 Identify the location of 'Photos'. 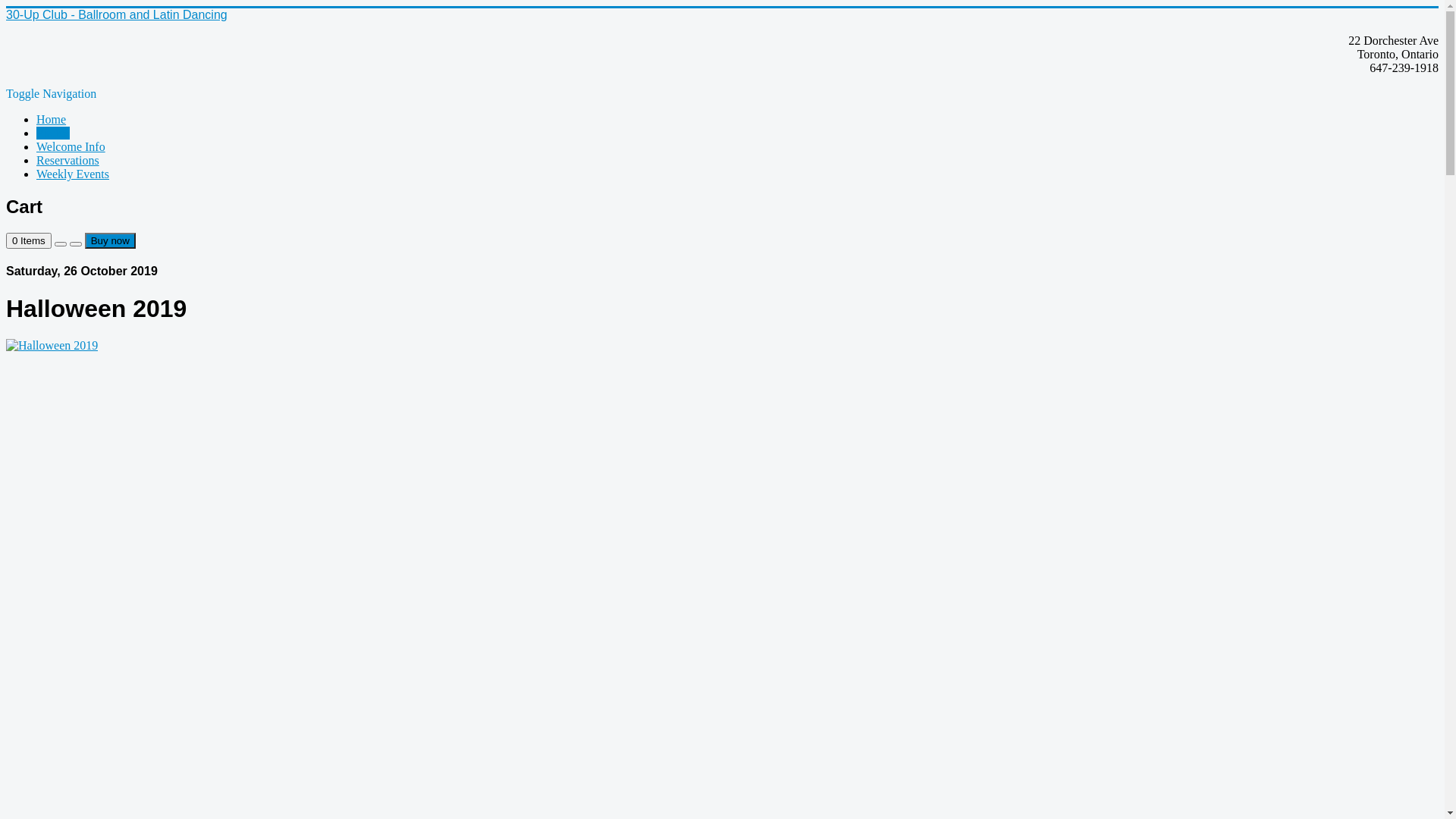
(53, 132).